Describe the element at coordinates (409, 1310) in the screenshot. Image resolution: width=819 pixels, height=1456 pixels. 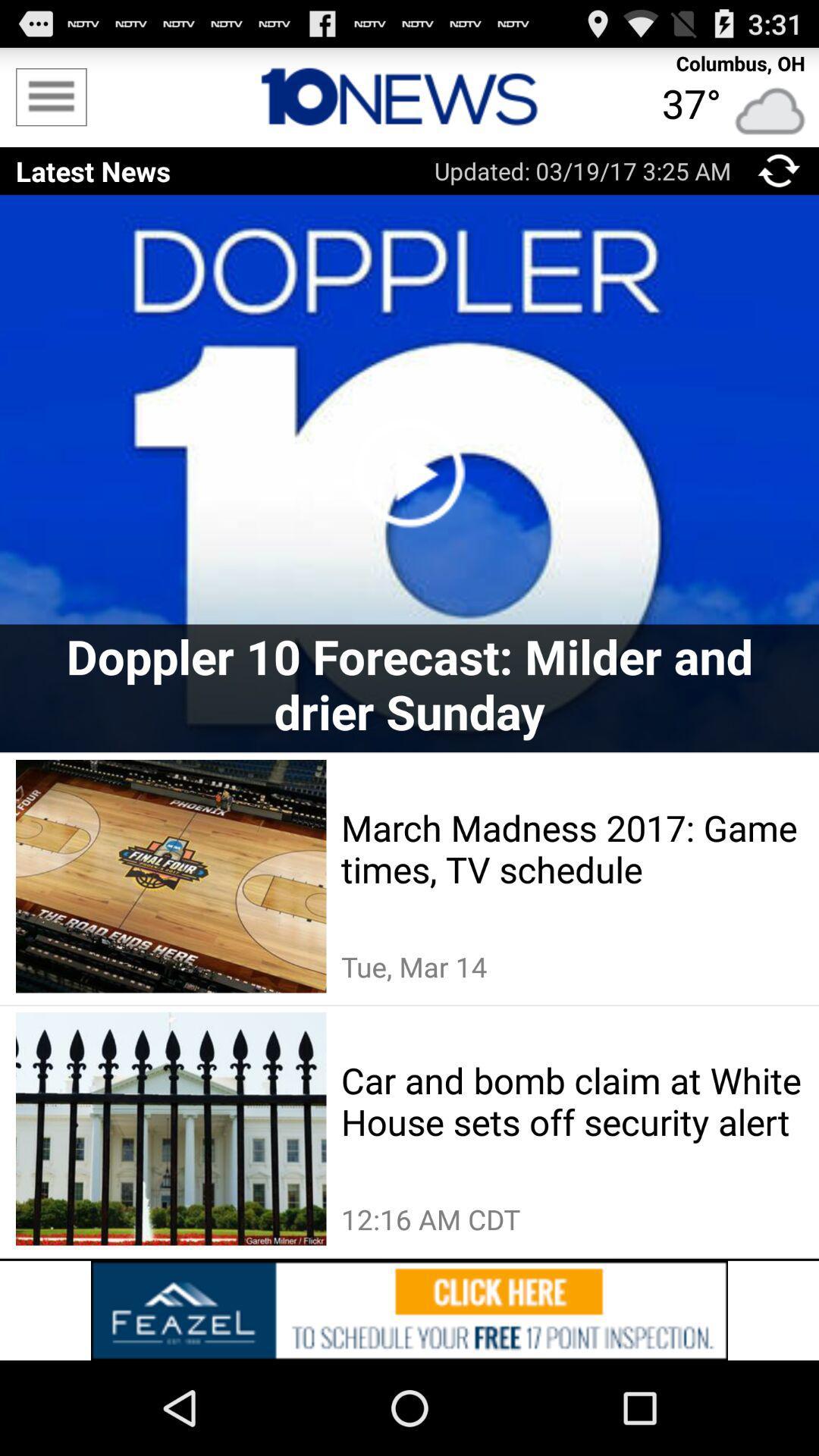
I see `advertisement page` at that location.